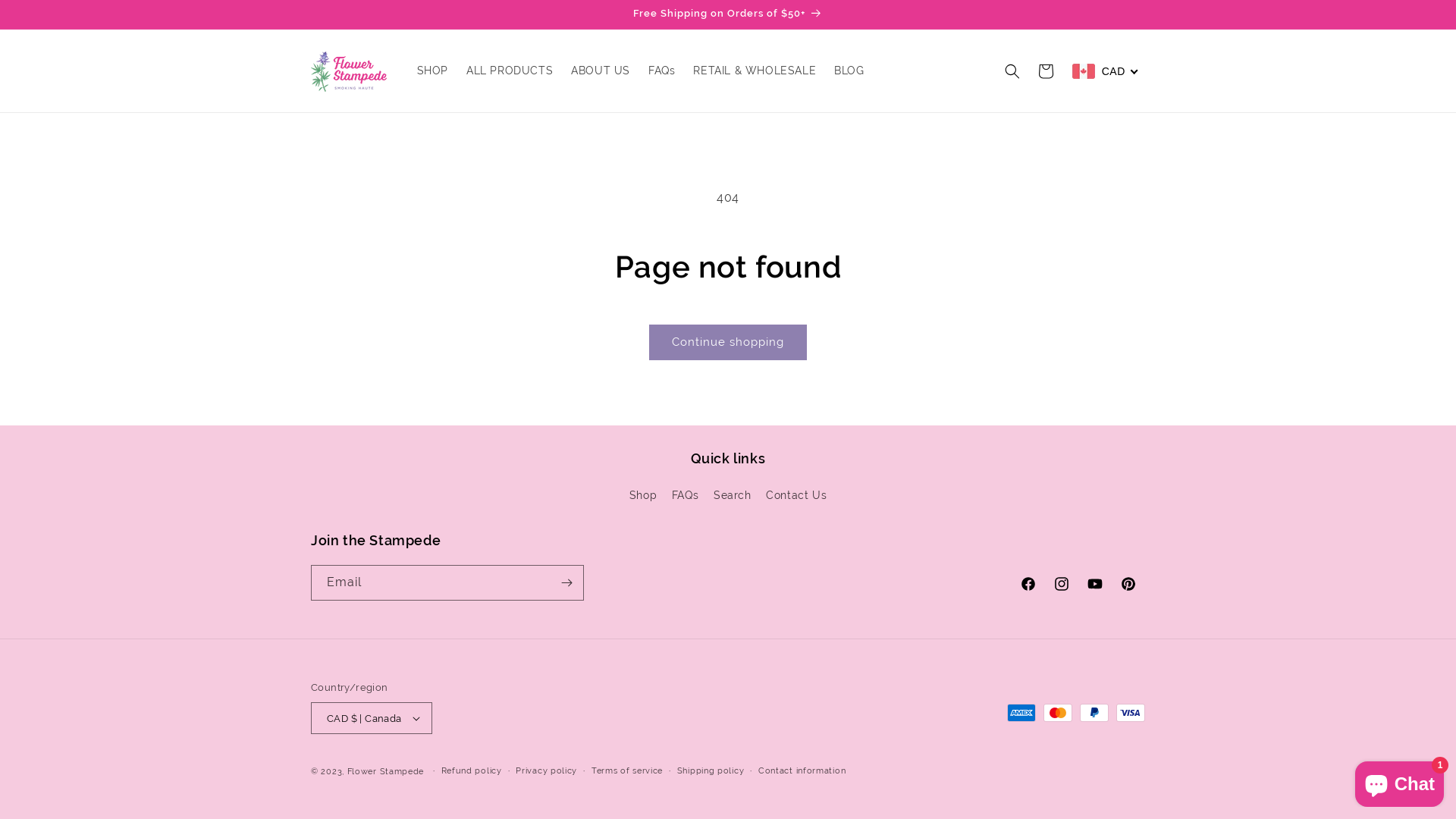 This screenshot has width=1456, height=819. What do you see at coordinates (1061, 583) in the screenshot?
I see `'Instagram'` at bounding box center [1061, 583].